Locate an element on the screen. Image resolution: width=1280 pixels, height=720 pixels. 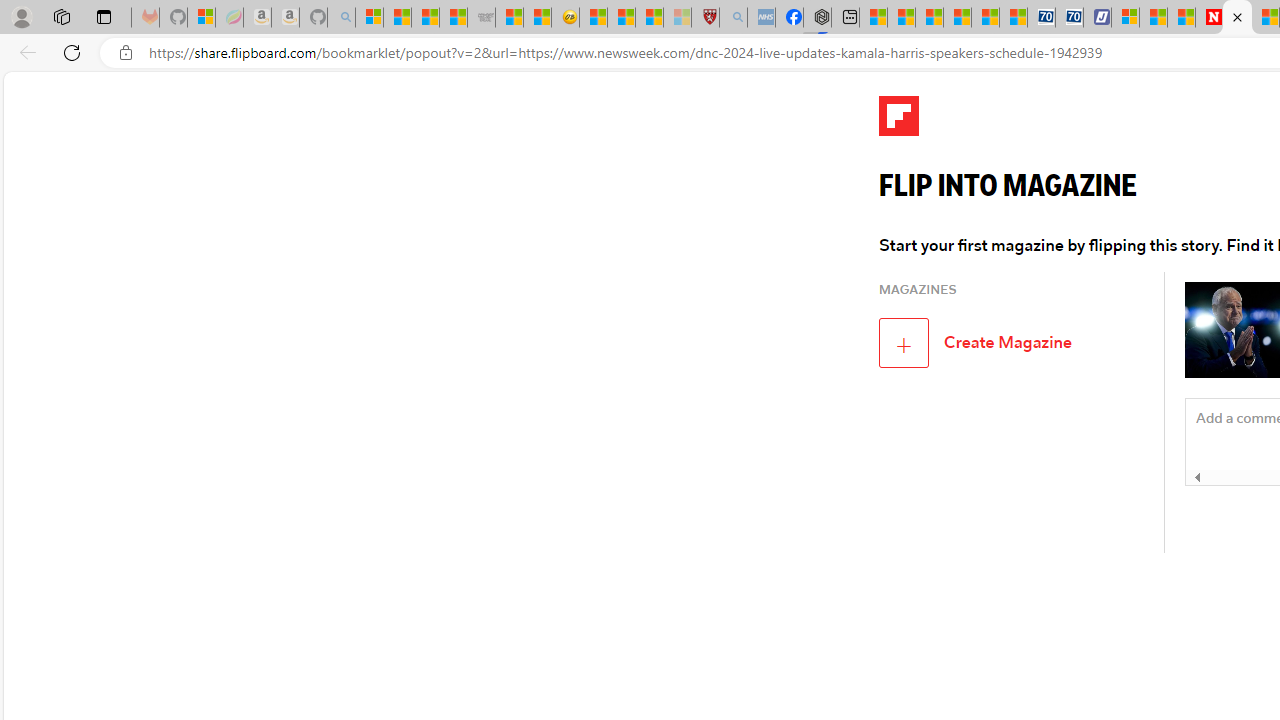
'Recipes - MSN' is located at coordinates (592, 17).